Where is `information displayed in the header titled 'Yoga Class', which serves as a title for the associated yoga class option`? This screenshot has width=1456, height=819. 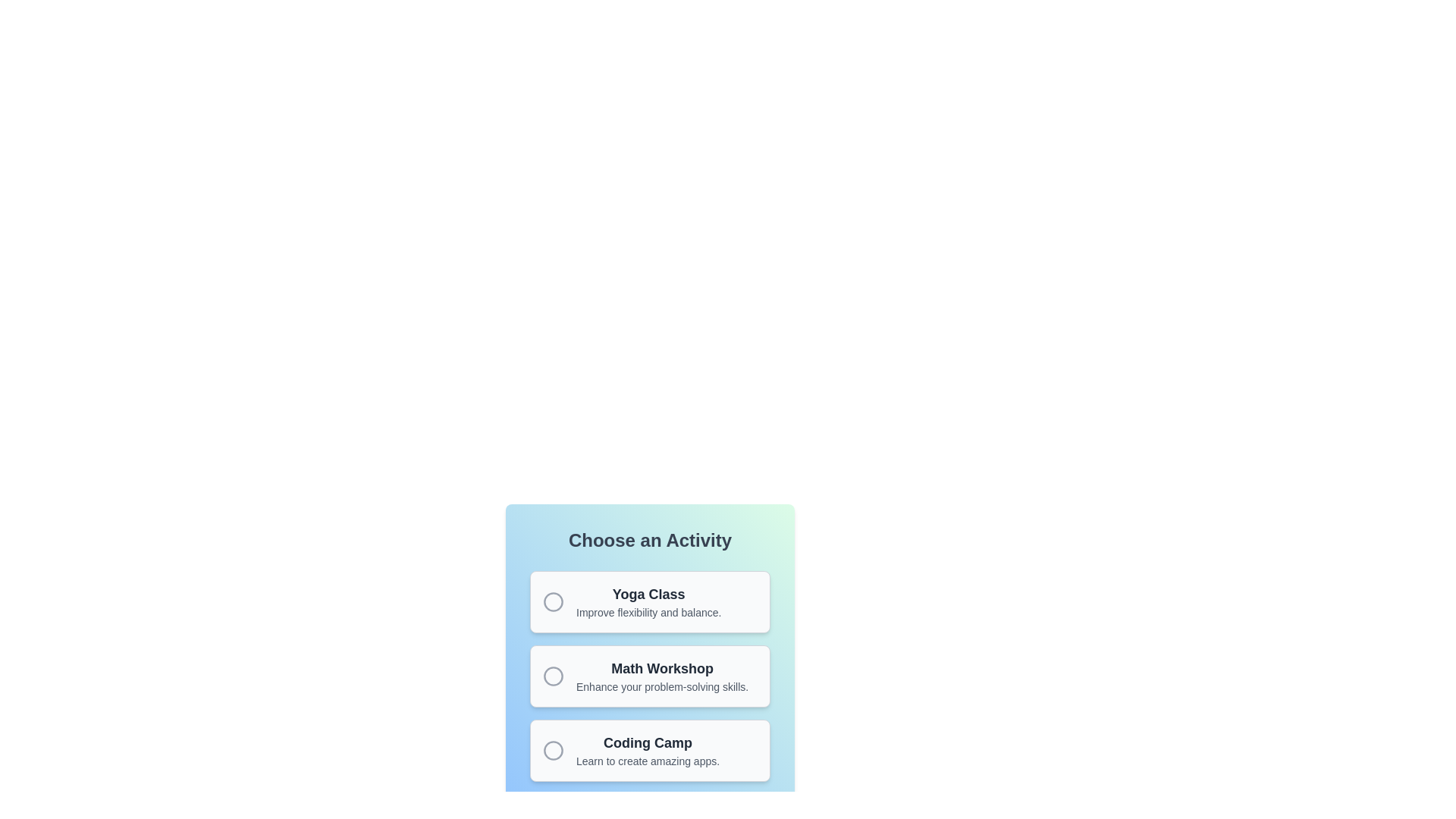 information displayed in the header titled 'Yoga Class', which serves as a title for the associated yoga class option is located at coordinates (648, 593).